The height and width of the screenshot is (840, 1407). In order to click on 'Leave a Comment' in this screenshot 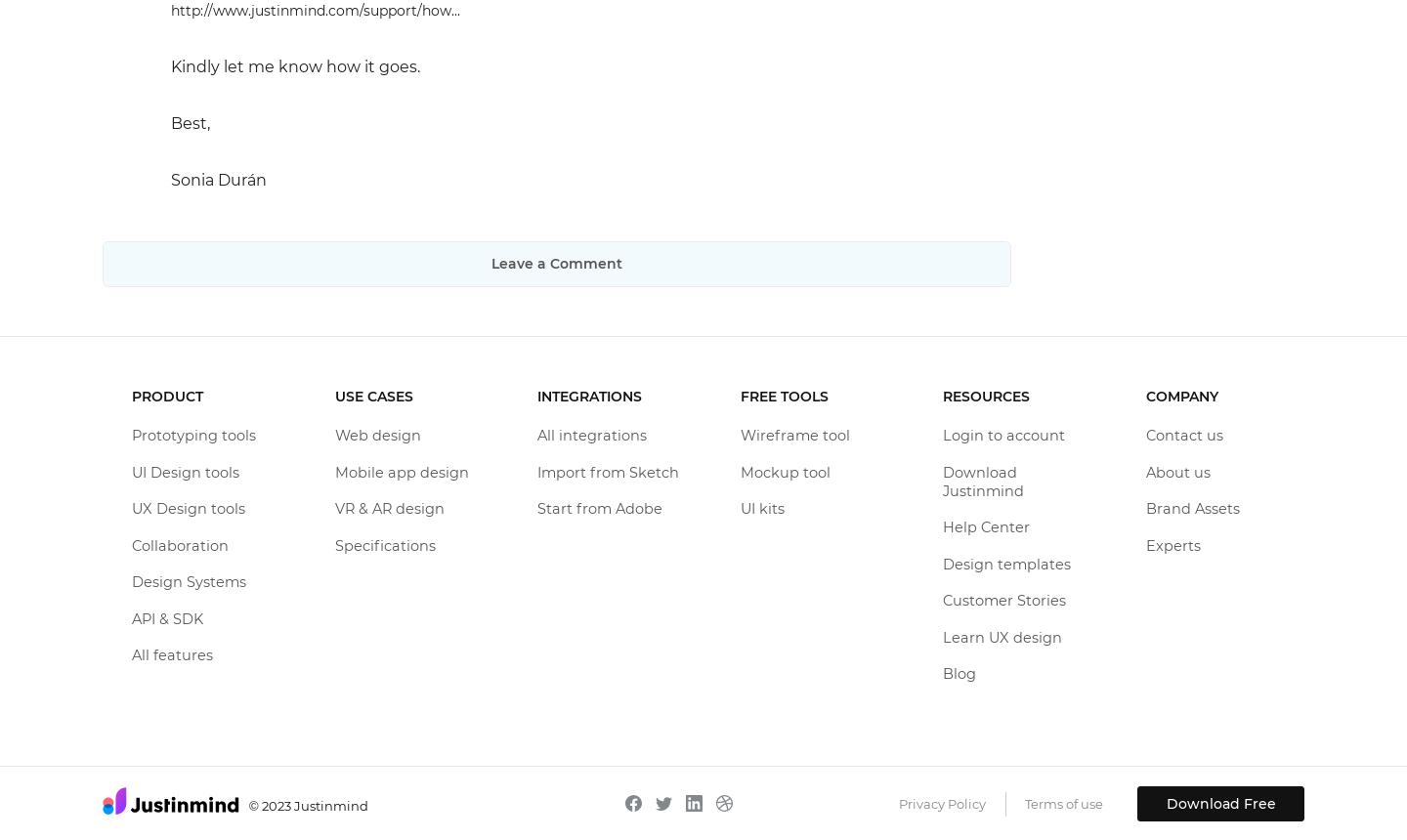, I will do `click(490, 263)`.